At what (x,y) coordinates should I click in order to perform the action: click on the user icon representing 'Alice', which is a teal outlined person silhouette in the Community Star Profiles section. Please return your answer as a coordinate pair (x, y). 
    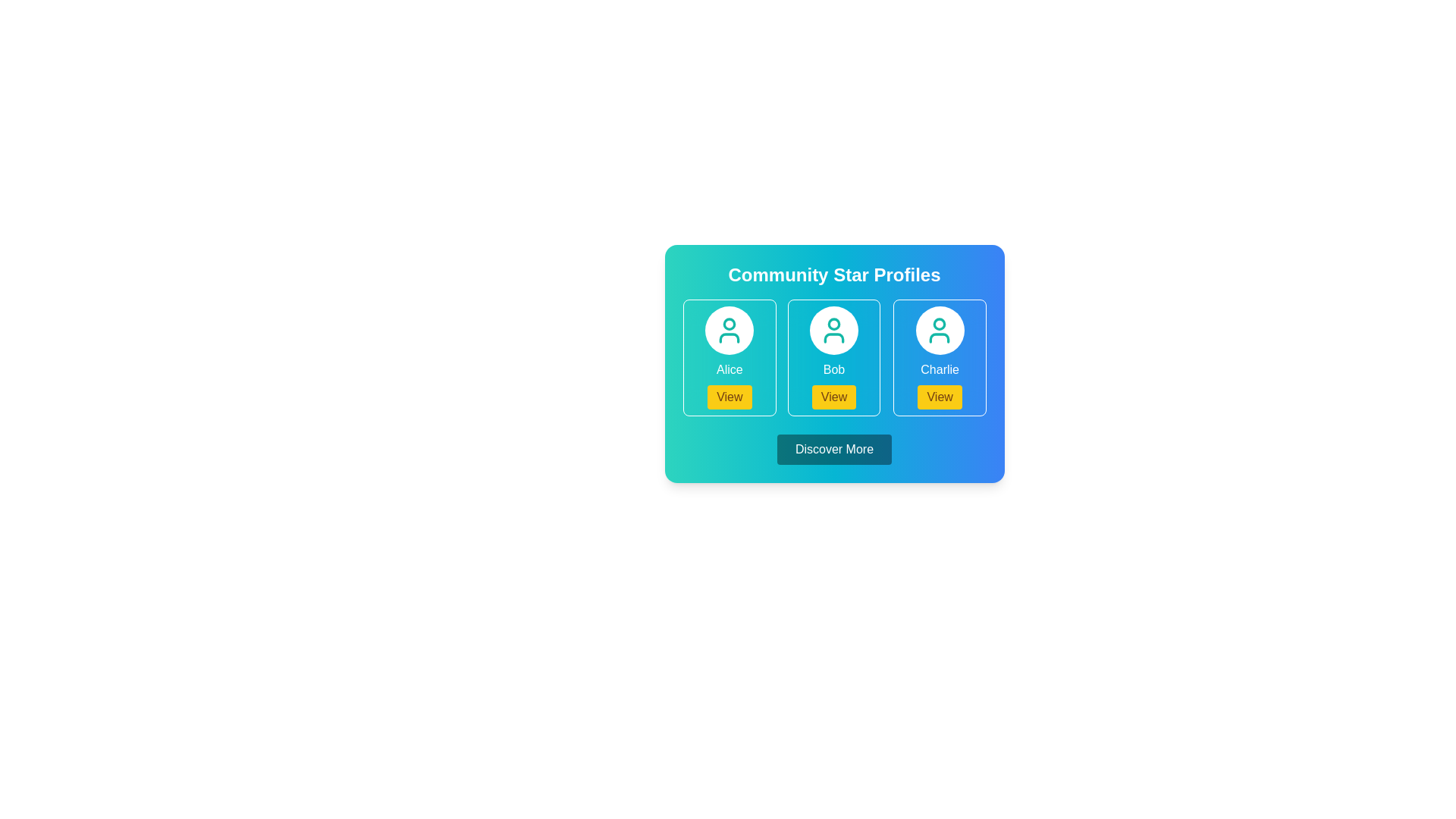
    Looking at the image, I should click on (729, 329).